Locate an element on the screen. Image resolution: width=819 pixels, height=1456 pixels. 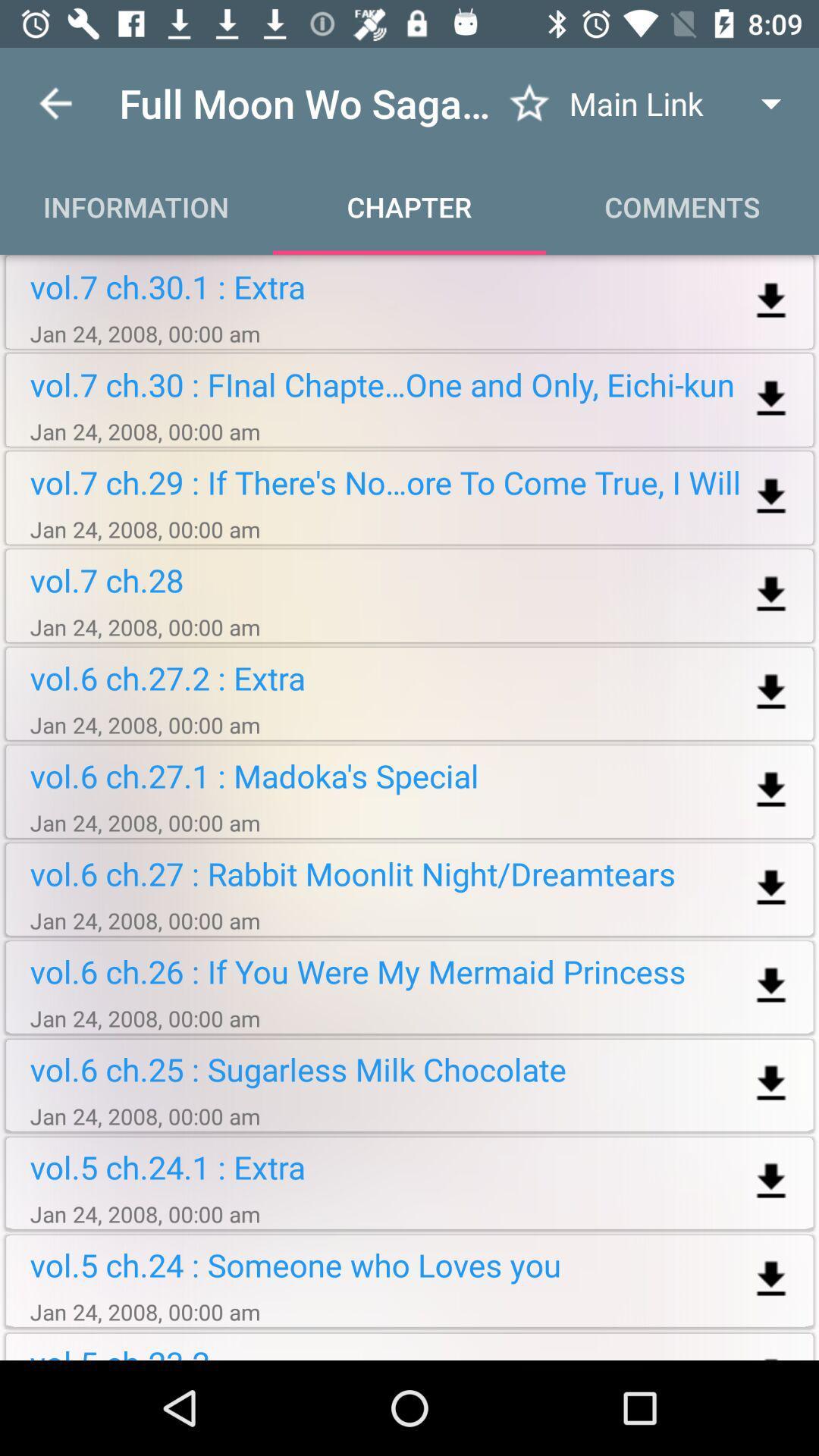
downloads the track is located at coordinates (771, 888).